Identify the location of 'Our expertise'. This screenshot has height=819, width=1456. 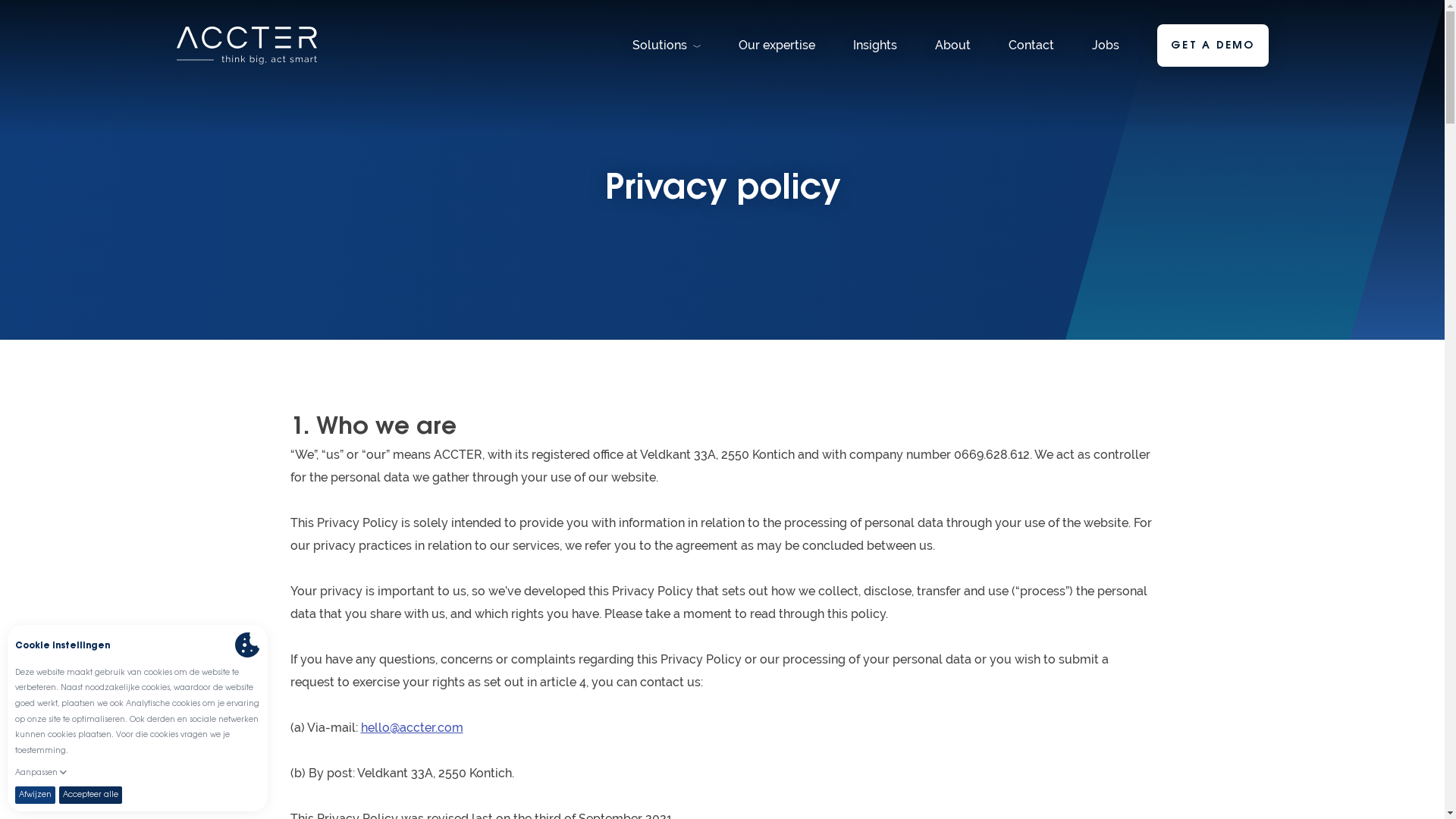
(739, 45).